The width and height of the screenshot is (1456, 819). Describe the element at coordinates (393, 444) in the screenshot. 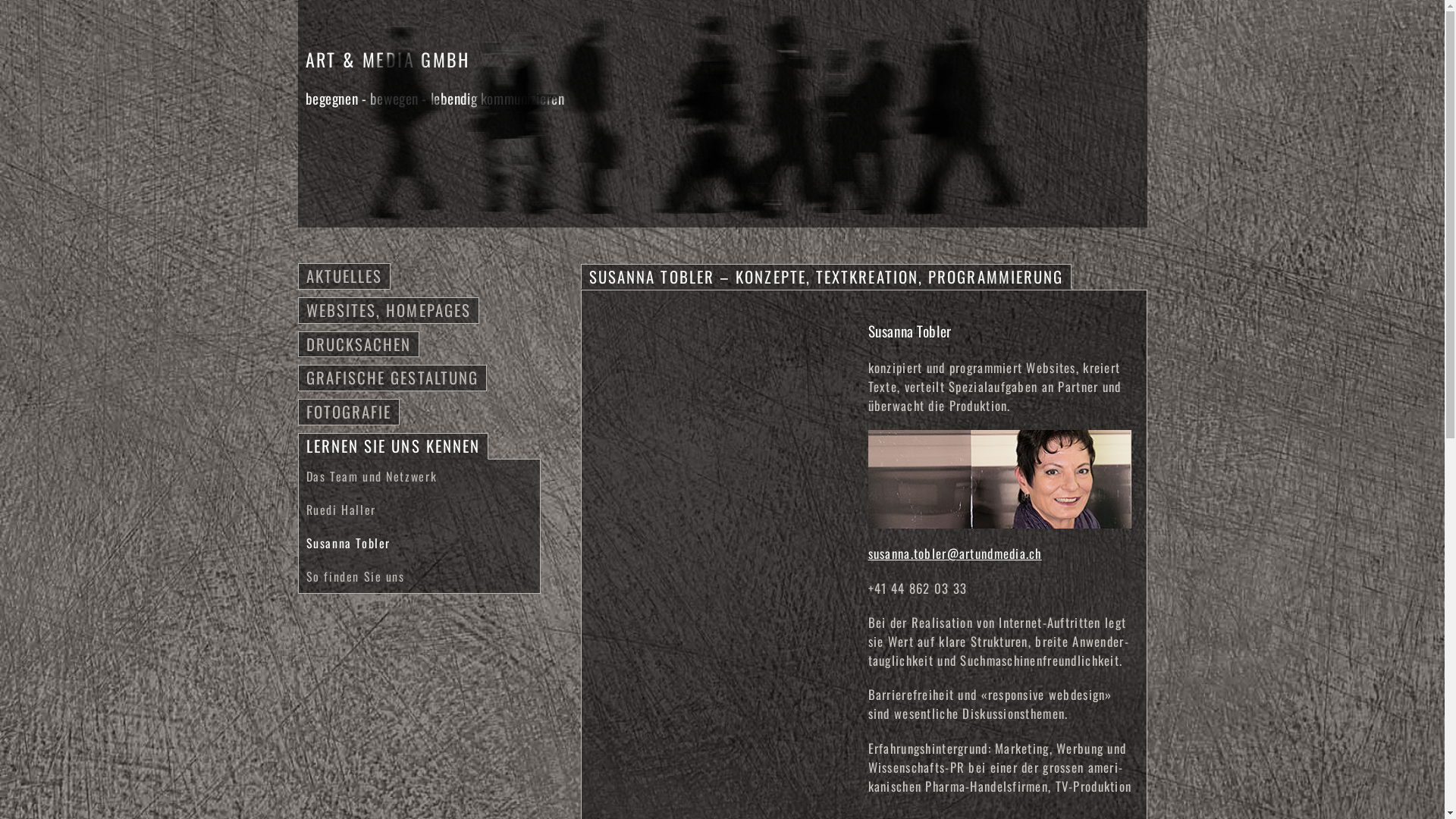

I see `'LERNEN SIE UNS KENNEN'` at that location.